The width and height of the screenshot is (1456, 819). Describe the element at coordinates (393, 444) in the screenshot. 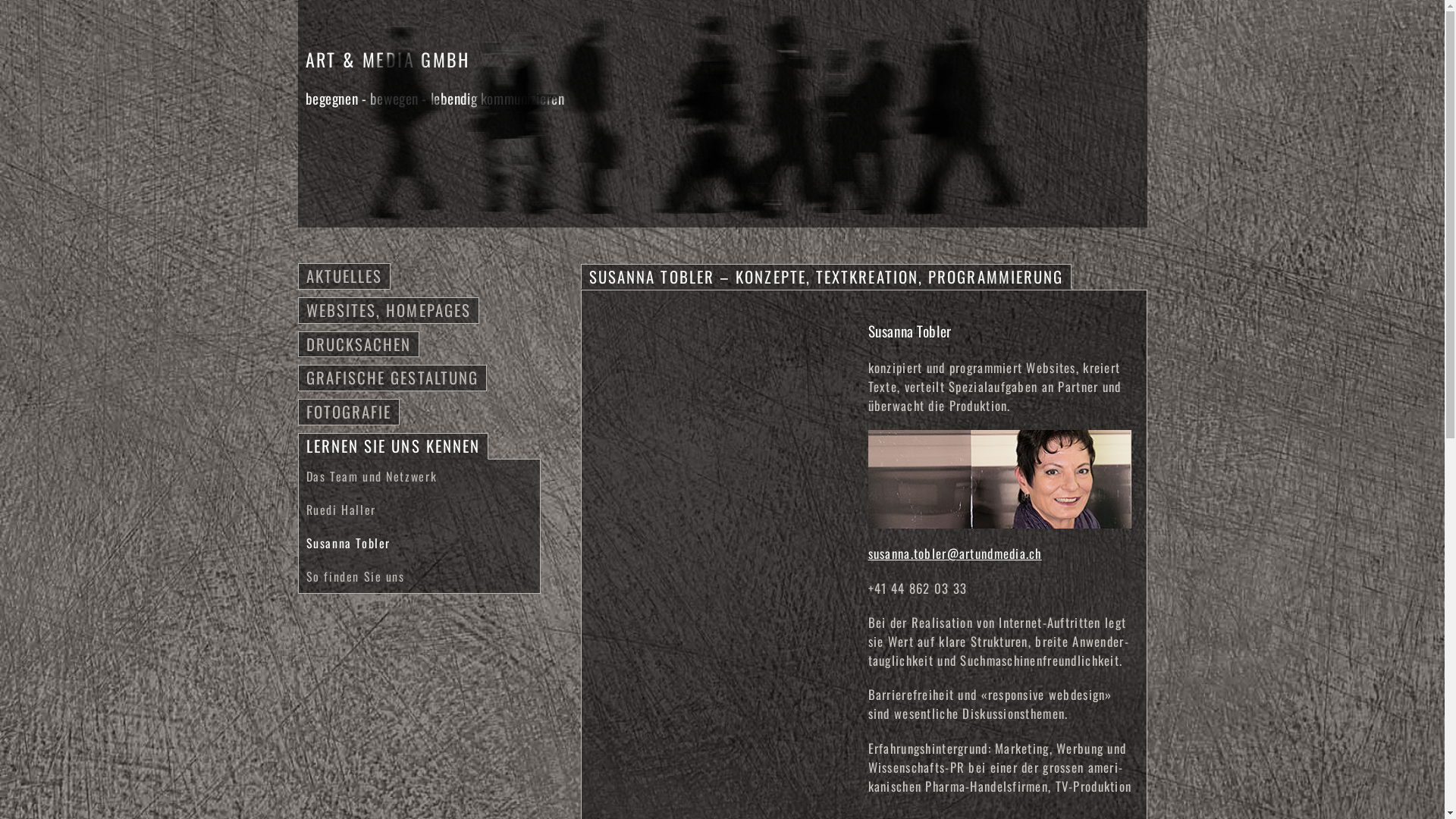

I see `'LERNEN SIE UNS KENNEN'` at that location.